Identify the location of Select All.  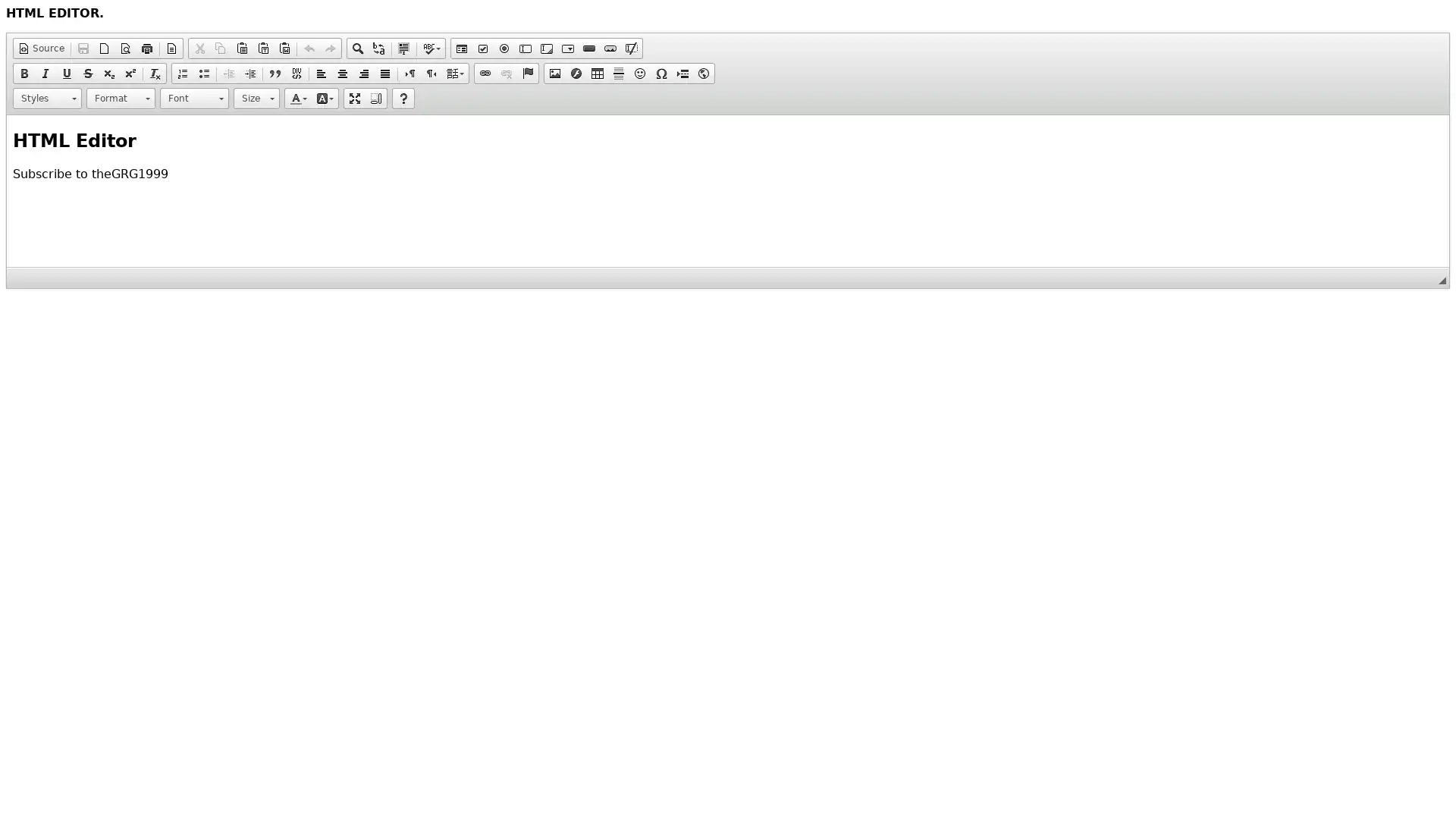
(403, 48).